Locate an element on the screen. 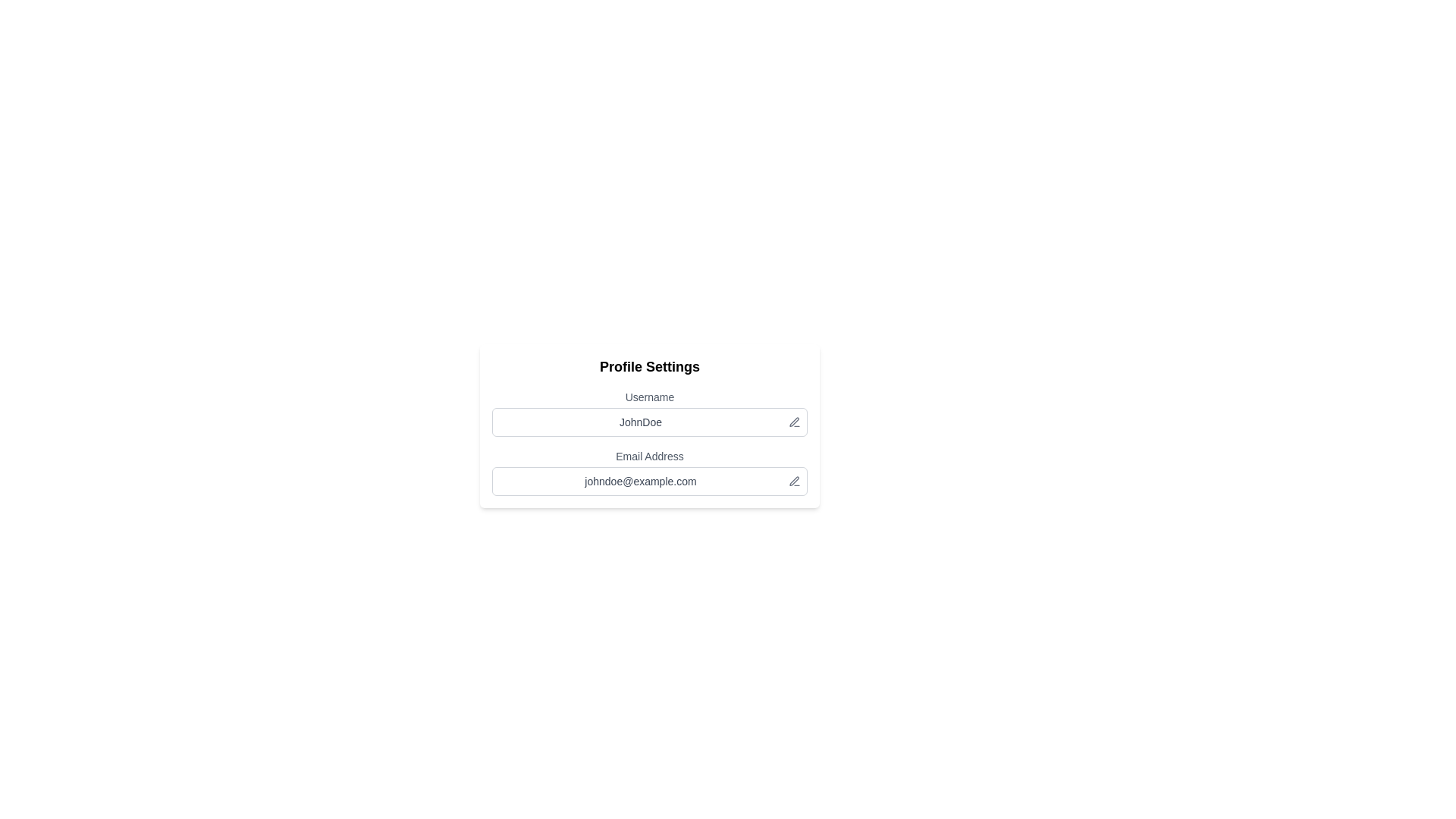 The image size is (1456, 819). the Text Label serving as a descriptive header for the section, located at the top of the card component is located at coordinates (650, 366).